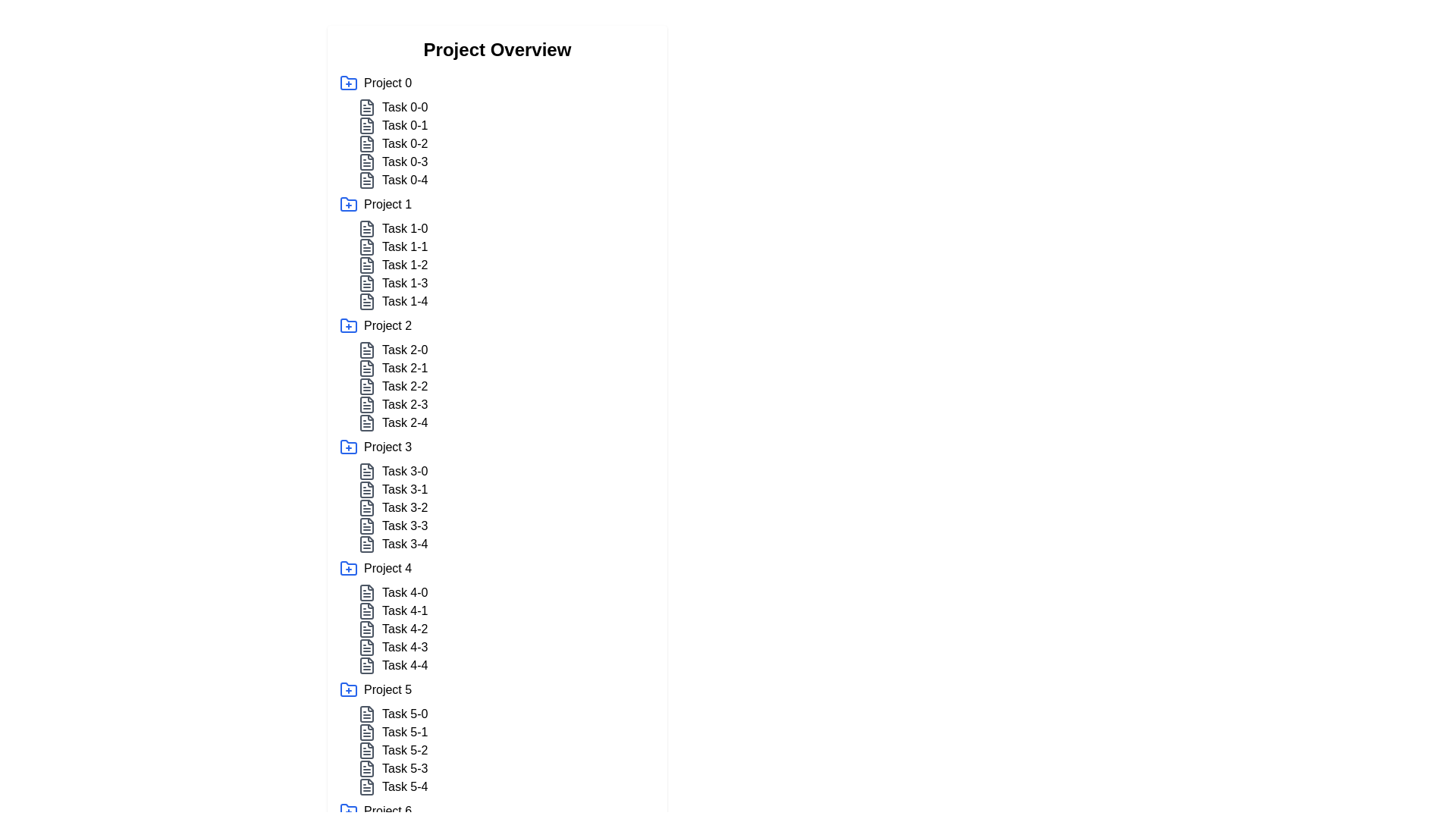 Image resolution: width=1456 pixels, height=819 pixels. What do you see at coordinates (367, 508) in the screenshot?
I see `the icon representing the file or document related to 'Task 3-2', which is the first graphical item of the entry under 'Project 3'` at bounding box center [367, 508].